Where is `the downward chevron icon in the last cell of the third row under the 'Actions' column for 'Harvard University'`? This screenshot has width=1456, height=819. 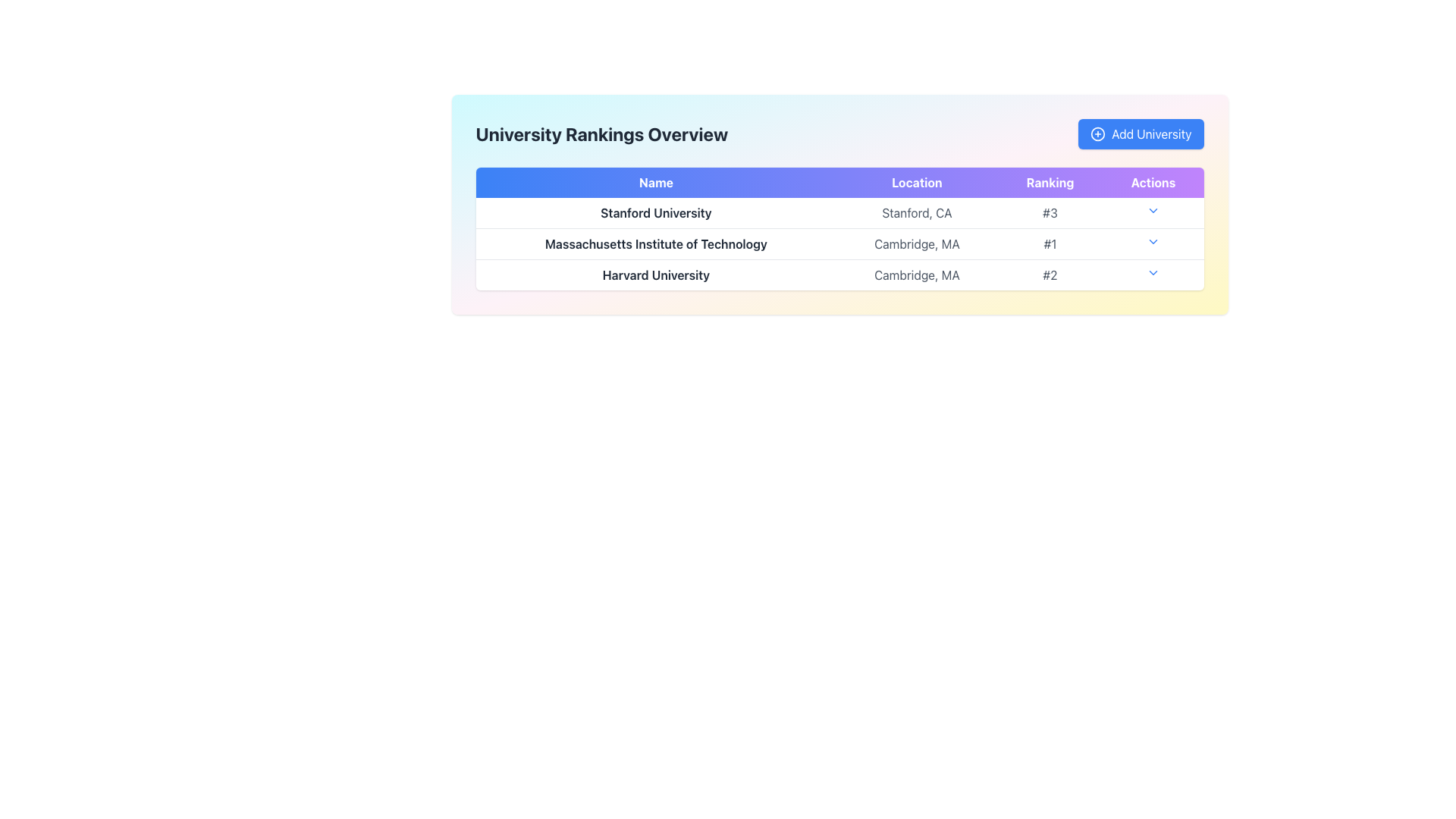 the downward chevron icon in the last cell of the third row under the 'Actions' column for 'Harvard University' is located at coordinates (1153, 271).